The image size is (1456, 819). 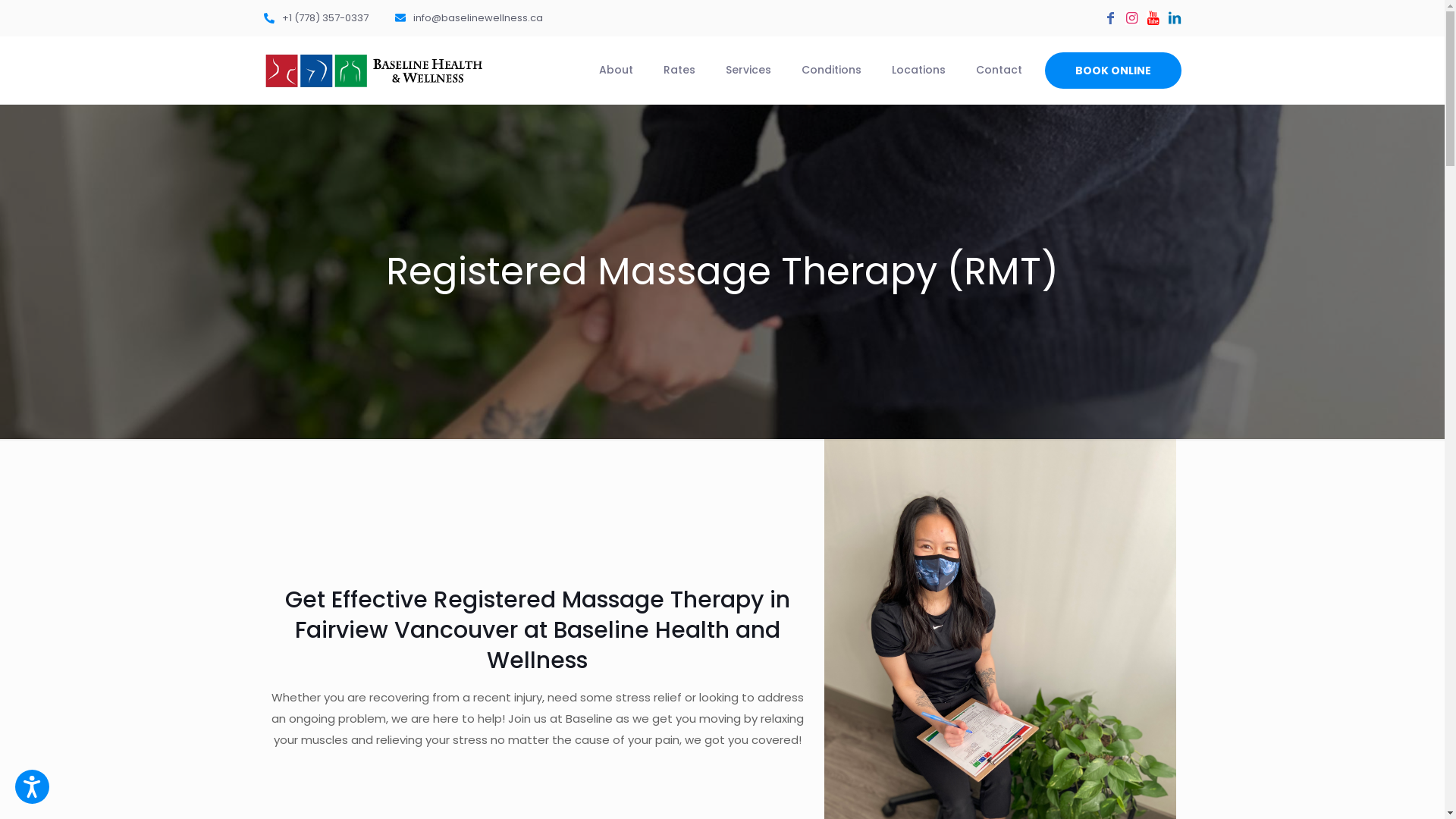 I want to click on 'Conditions', so click(x=830, y=70).